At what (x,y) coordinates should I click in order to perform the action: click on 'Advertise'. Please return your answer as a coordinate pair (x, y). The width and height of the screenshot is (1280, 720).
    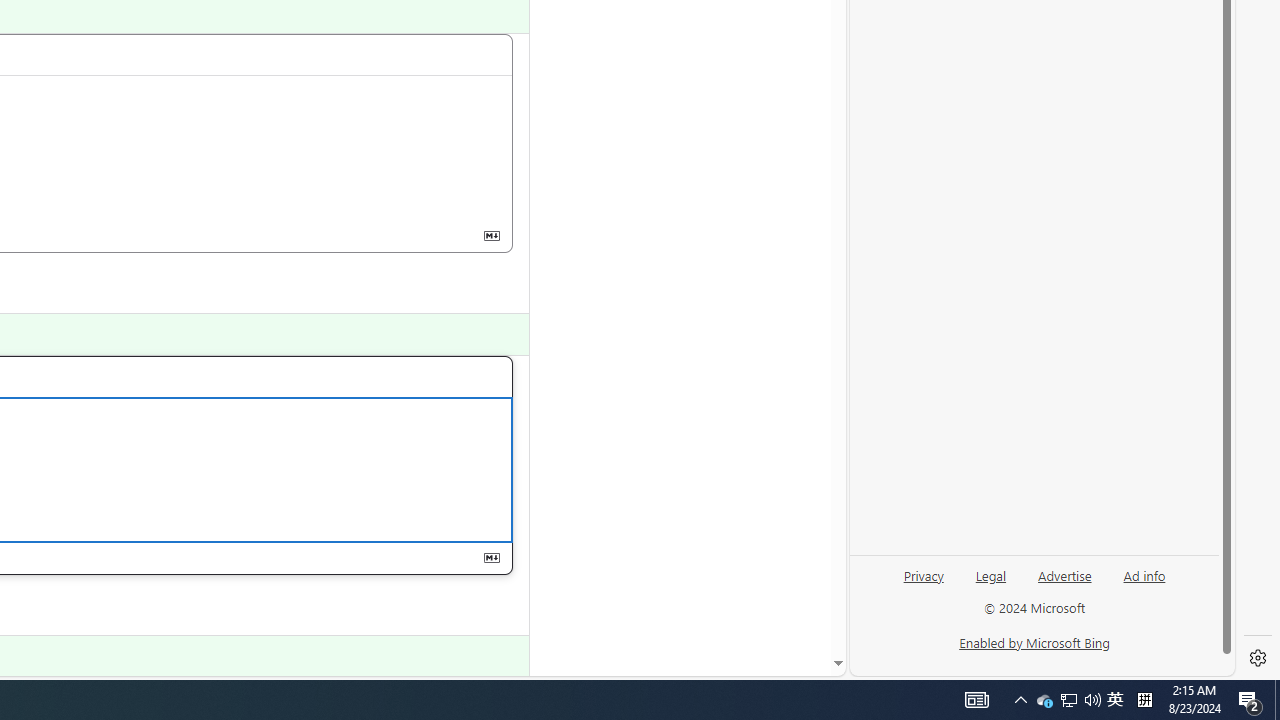
    Looking at the image, I should click on (1063, 583).